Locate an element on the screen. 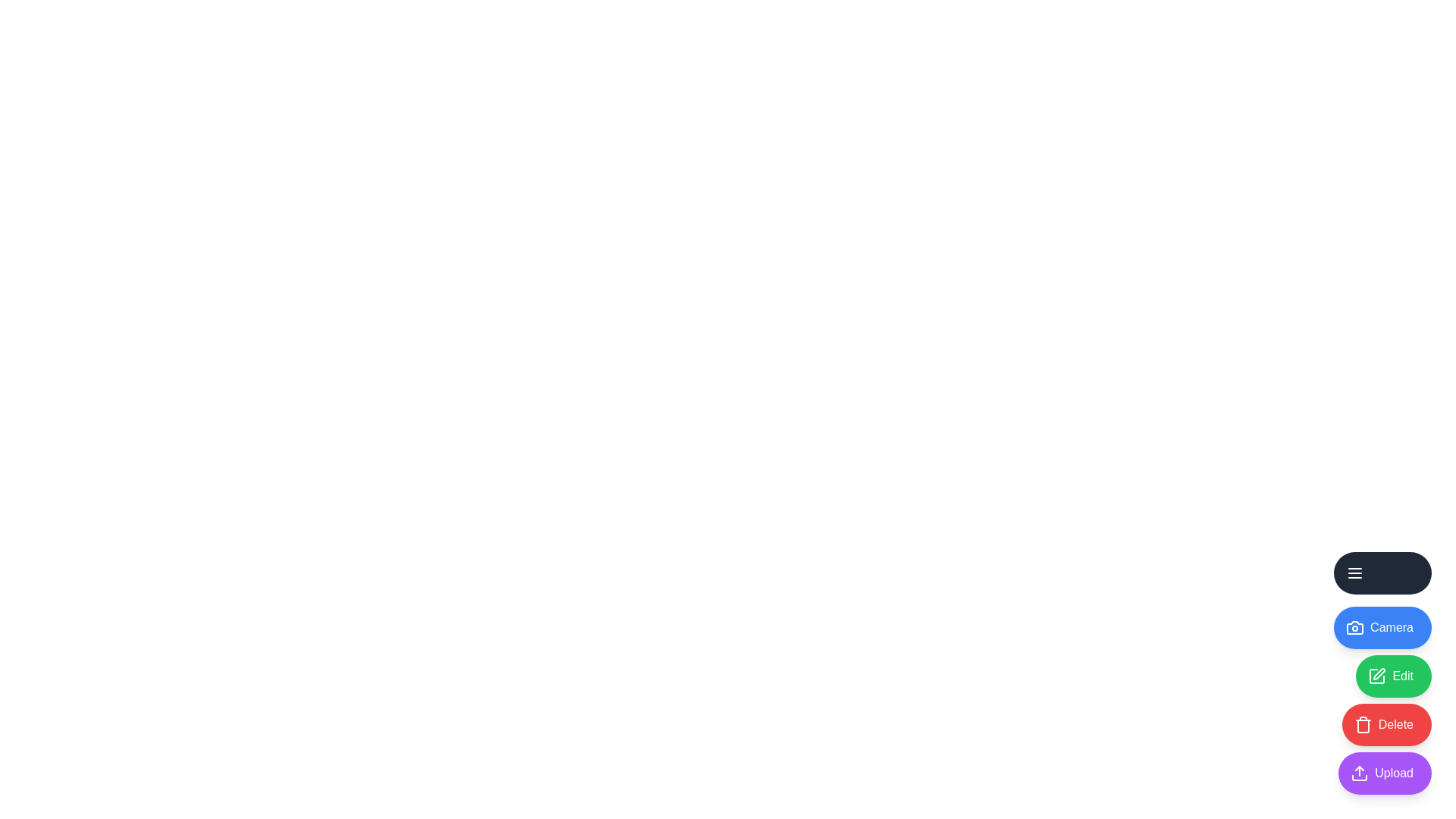  the Delete icon to interact with it is located at coordinates (1386, 724).